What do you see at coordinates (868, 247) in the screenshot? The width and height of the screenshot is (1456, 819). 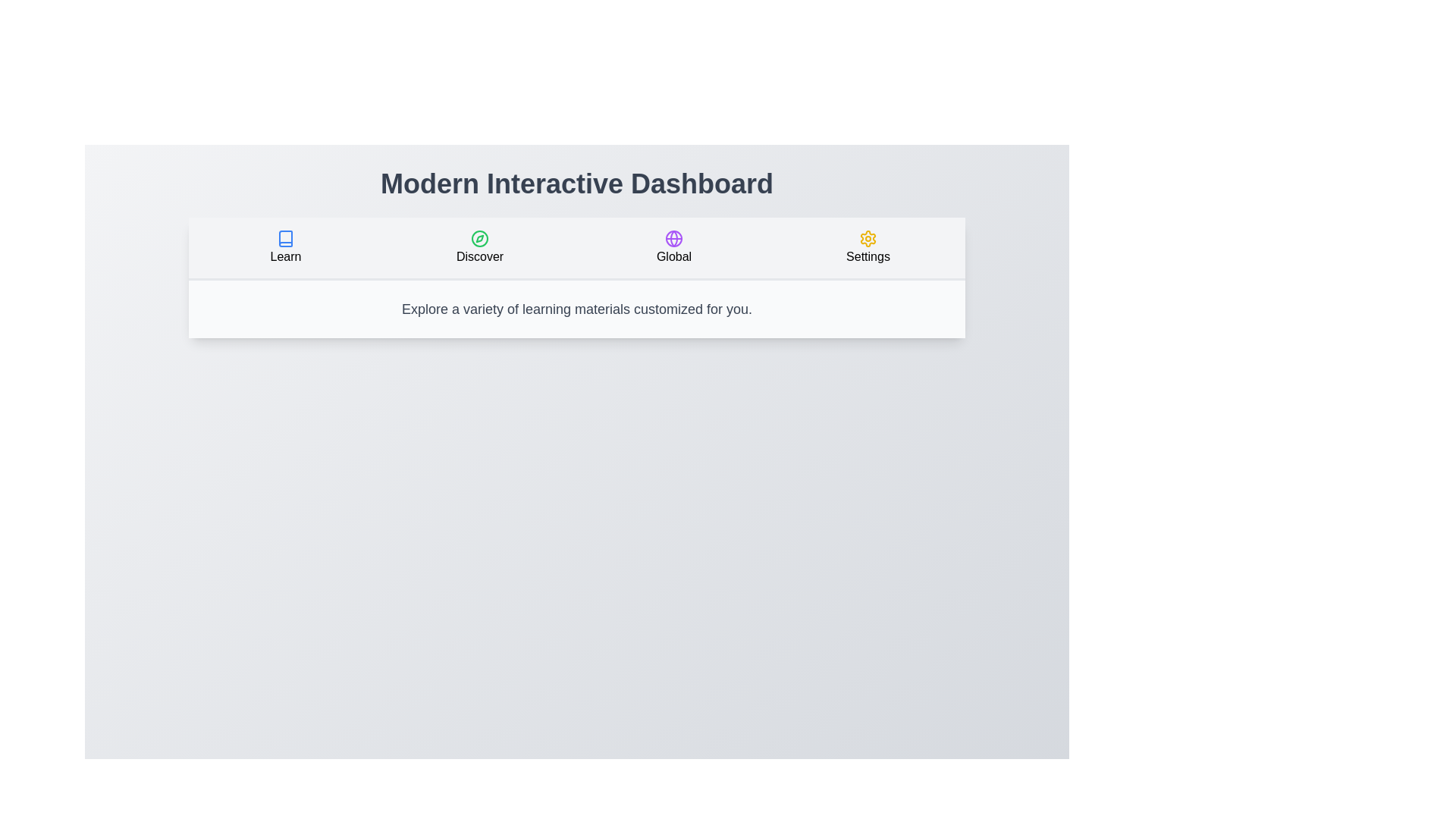 I see `the navigational menu item located at the far-right position in the horizontal menu bar` at bounding box center [868, 247].